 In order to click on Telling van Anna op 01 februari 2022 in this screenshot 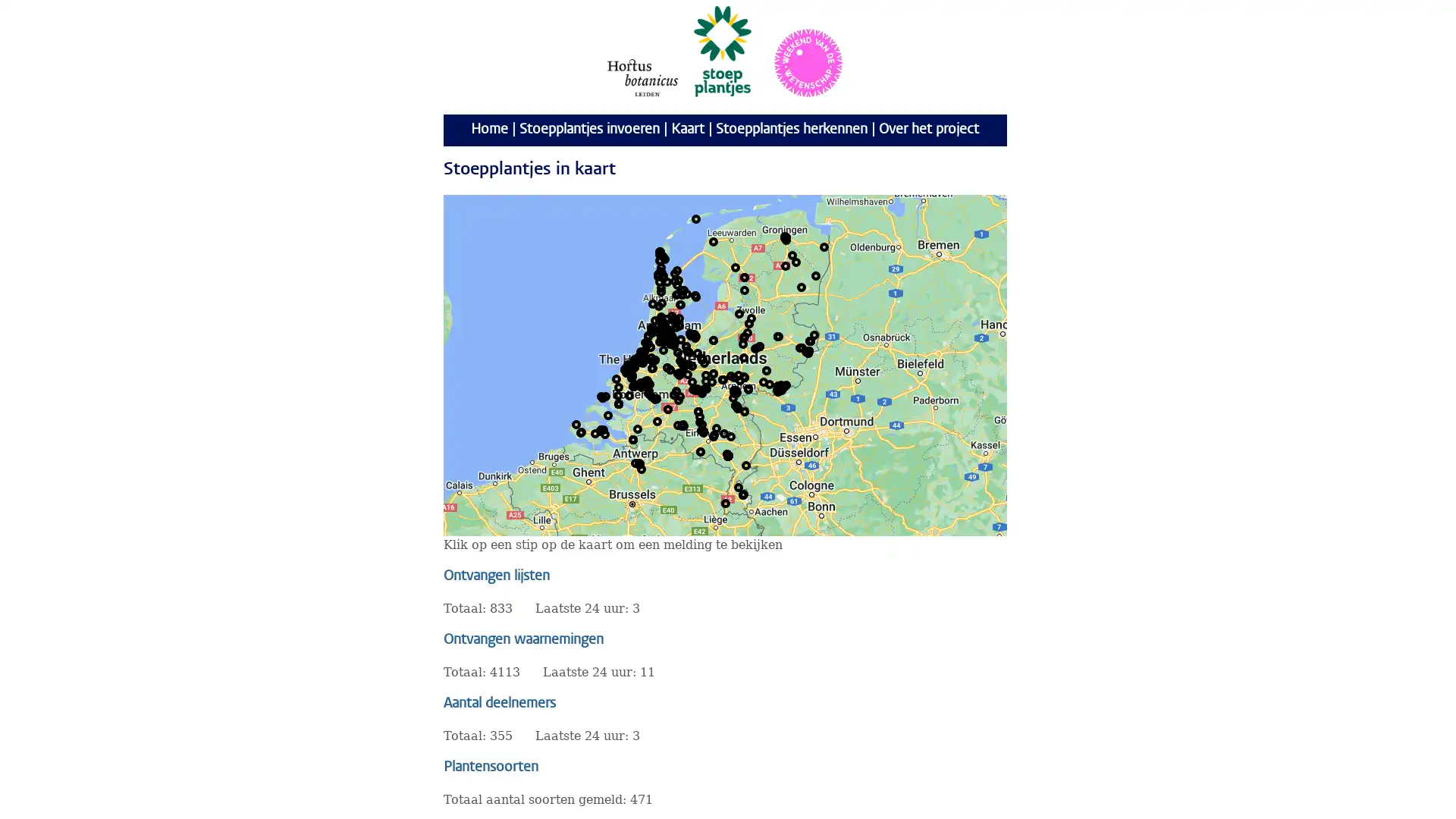, I will do `click(629, 366)`.